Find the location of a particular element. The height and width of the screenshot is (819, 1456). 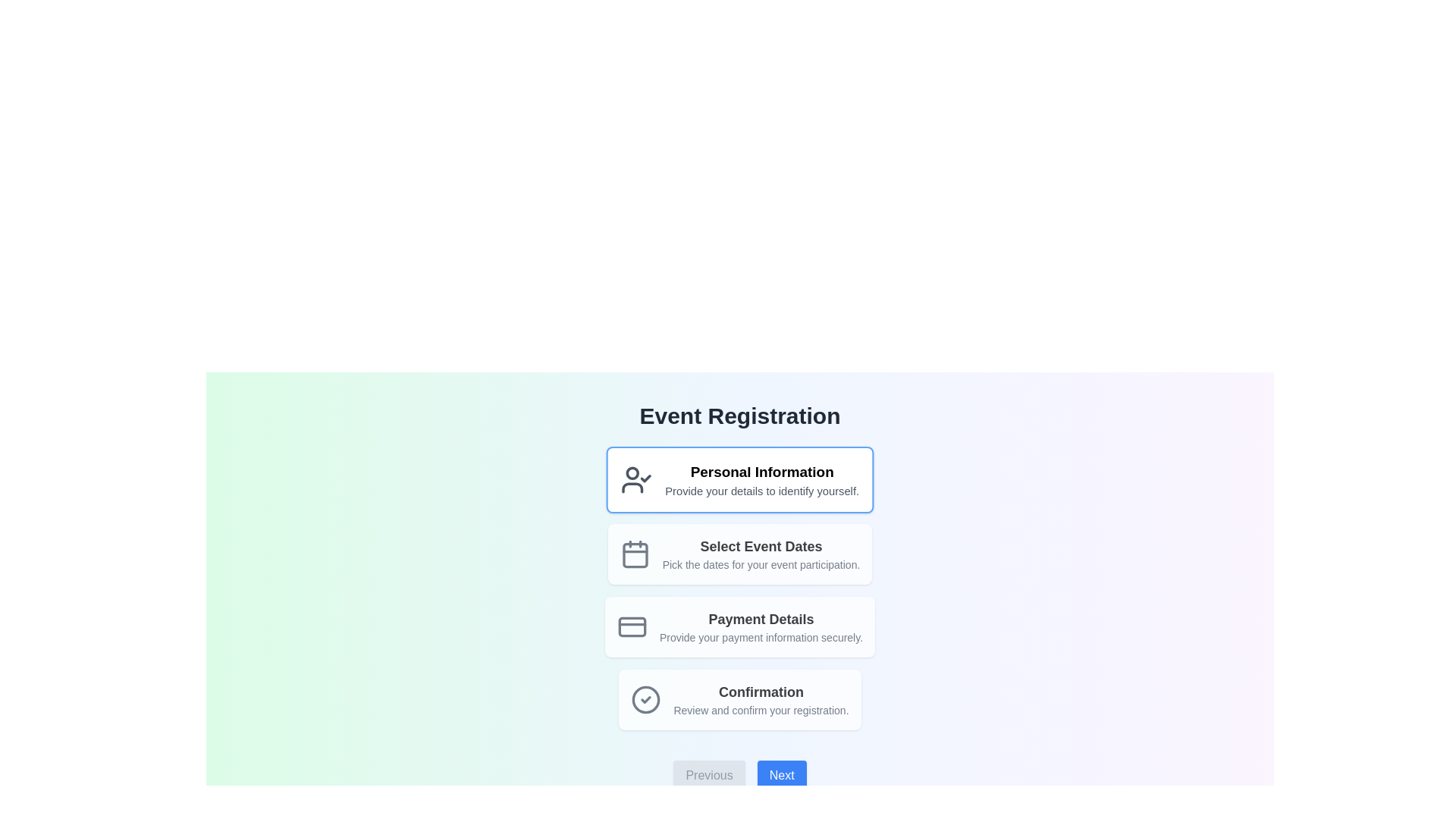

the decorative circular graphic within the user-check icon, which symbolizes identity or verification is located at coordinates (632, 472).